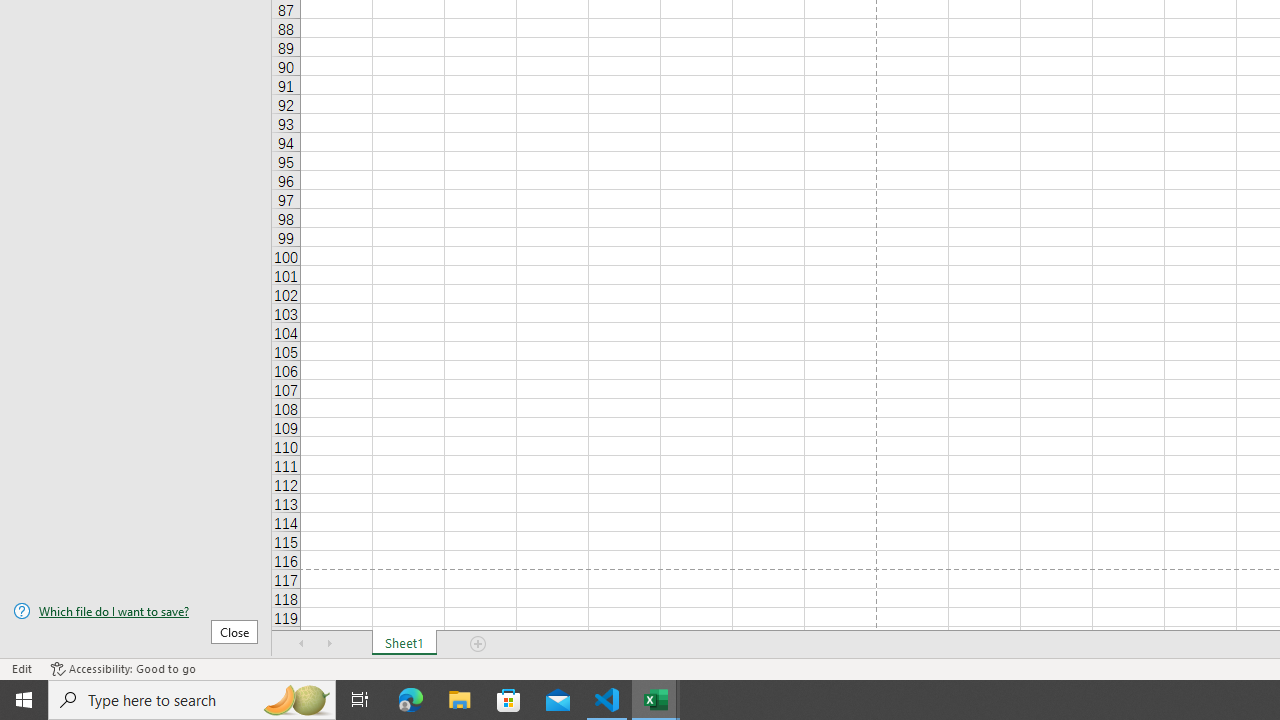  What do you see at coordinates (301, 644) in the screenshot?
I see `'Scroll Left'` at bounding box center [301, 644].